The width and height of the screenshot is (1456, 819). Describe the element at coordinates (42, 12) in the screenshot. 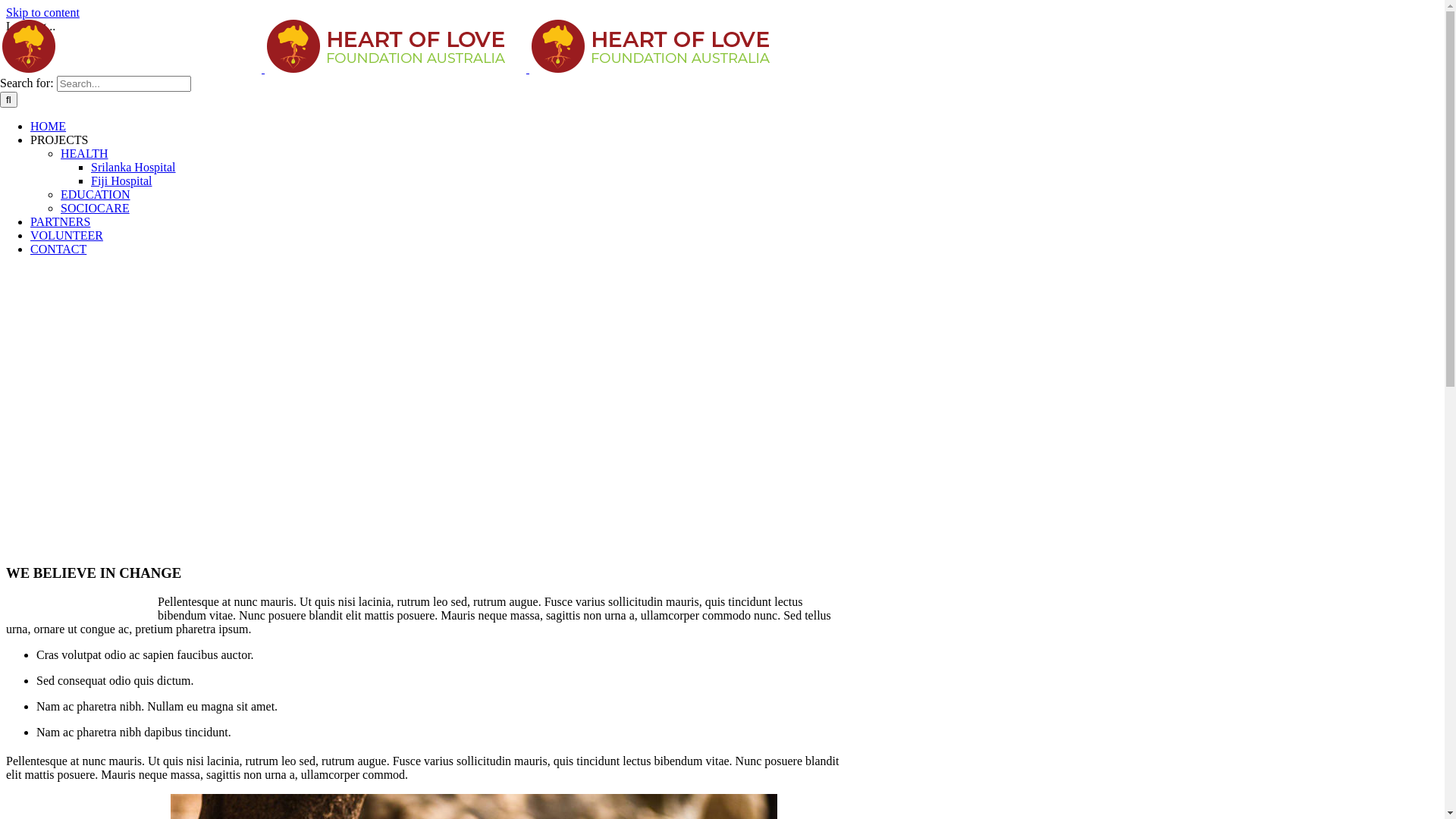

I see `'Skip to content'` at that location.